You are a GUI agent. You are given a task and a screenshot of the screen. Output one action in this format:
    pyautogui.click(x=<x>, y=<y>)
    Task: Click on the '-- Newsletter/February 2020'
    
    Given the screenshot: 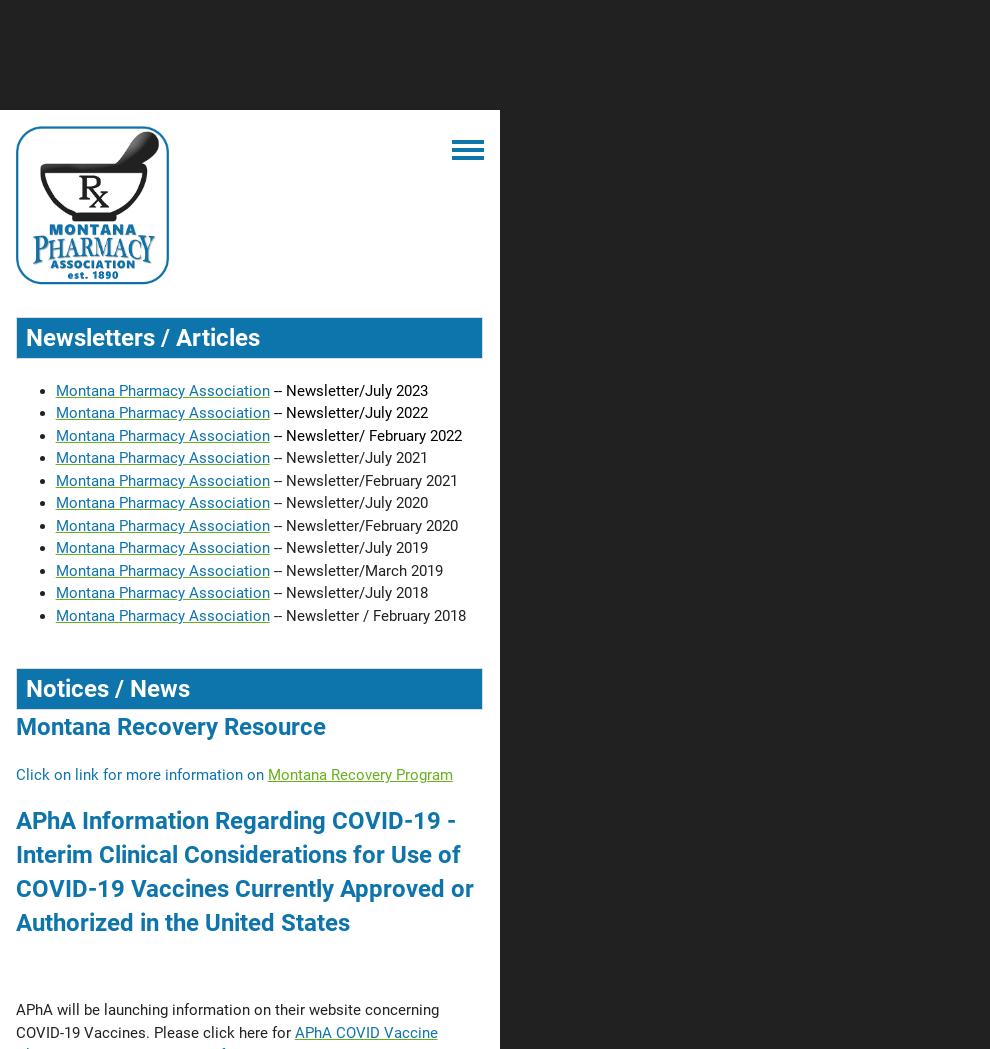 What is the action you would take?
    pyautogui.click(x=363, y=524)
    